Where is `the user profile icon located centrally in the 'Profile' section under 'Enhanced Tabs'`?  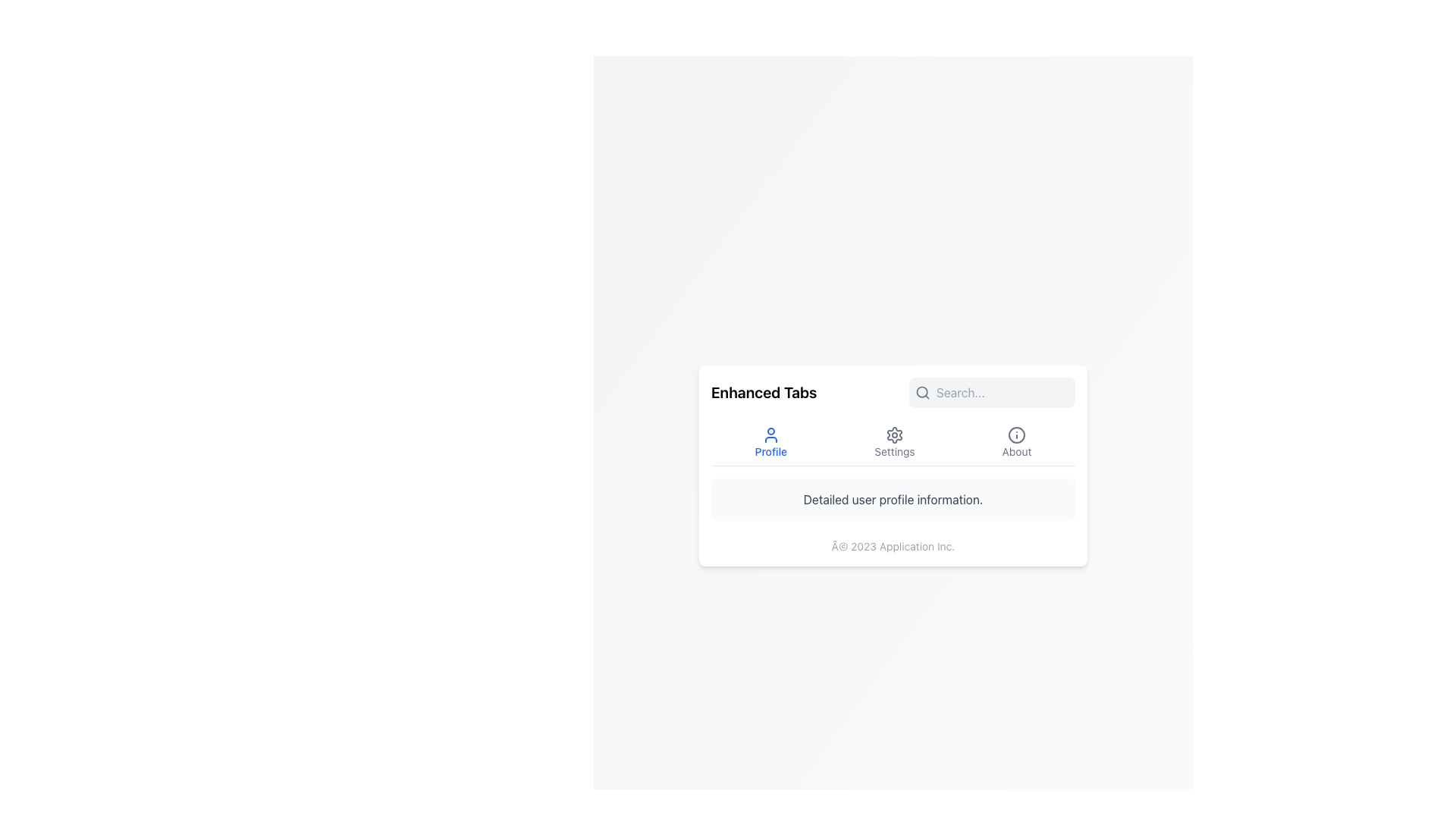 the user profile icon located centrally in the 'Profile' section under 'Enhanced Tabs' is located at coordinates (770, 435).